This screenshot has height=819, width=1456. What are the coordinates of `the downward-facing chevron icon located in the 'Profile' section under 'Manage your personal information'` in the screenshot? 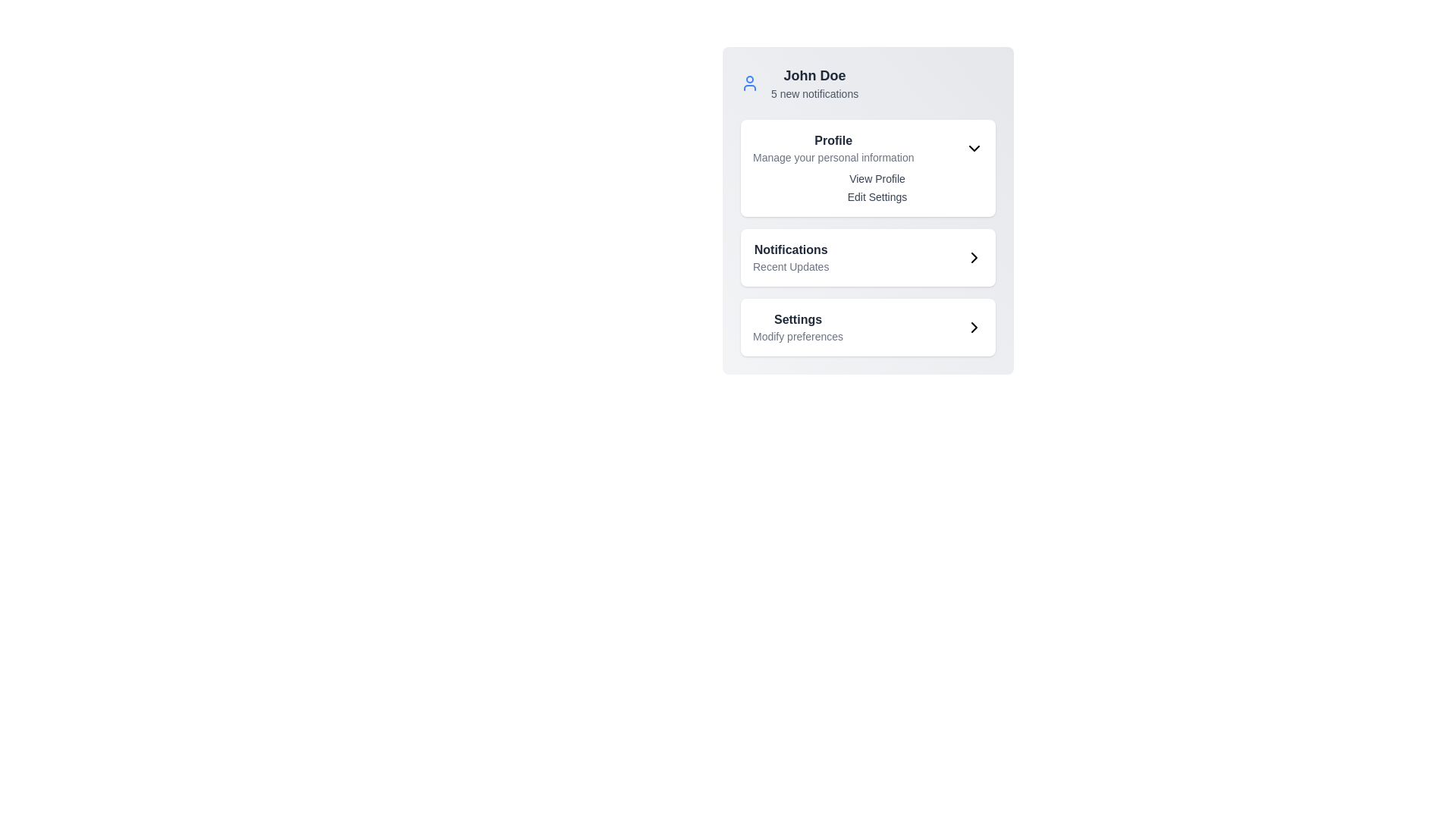 It's located at (974, 149).